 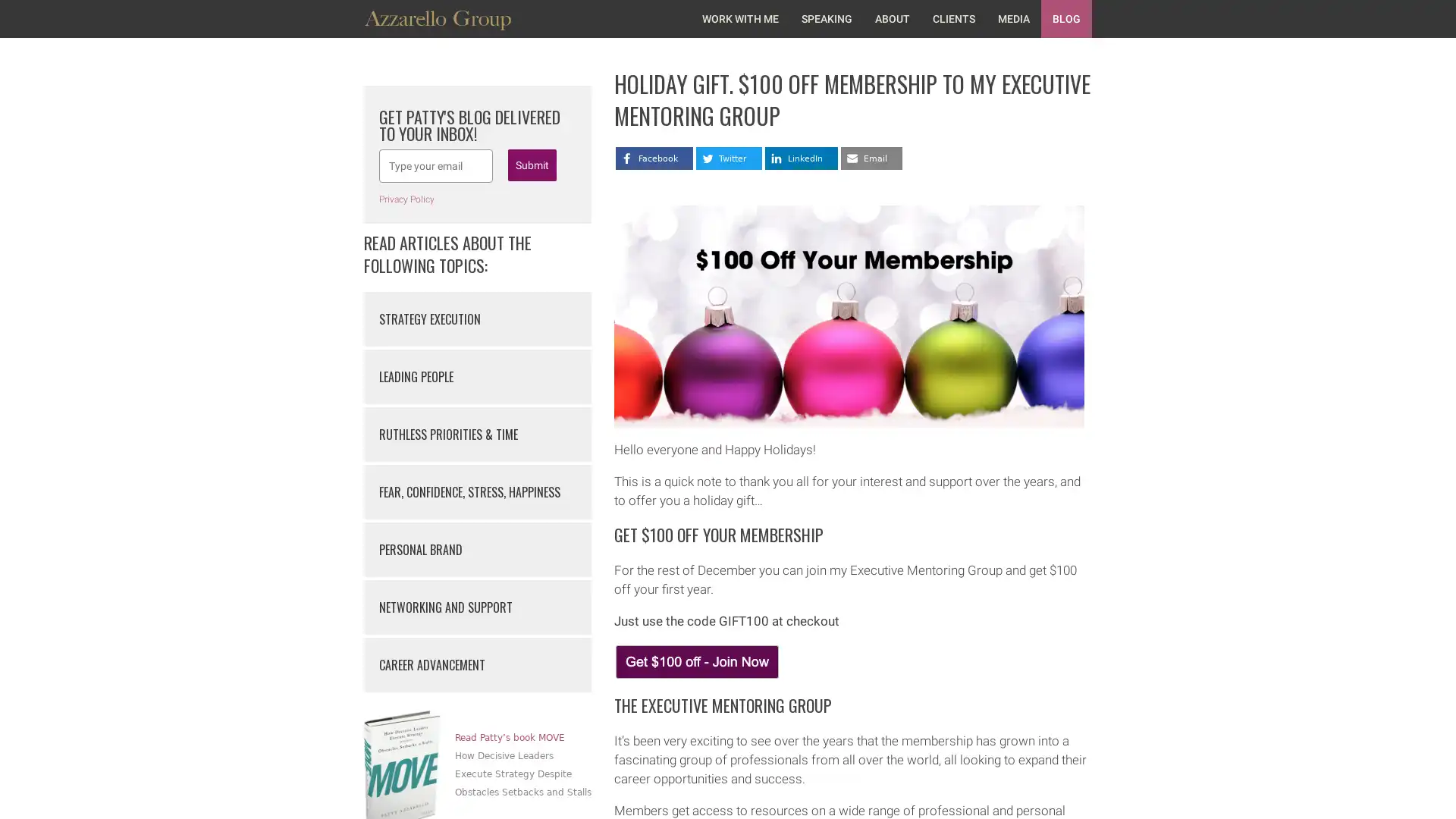 I want to click on Submit, so click(x=532, y=165).